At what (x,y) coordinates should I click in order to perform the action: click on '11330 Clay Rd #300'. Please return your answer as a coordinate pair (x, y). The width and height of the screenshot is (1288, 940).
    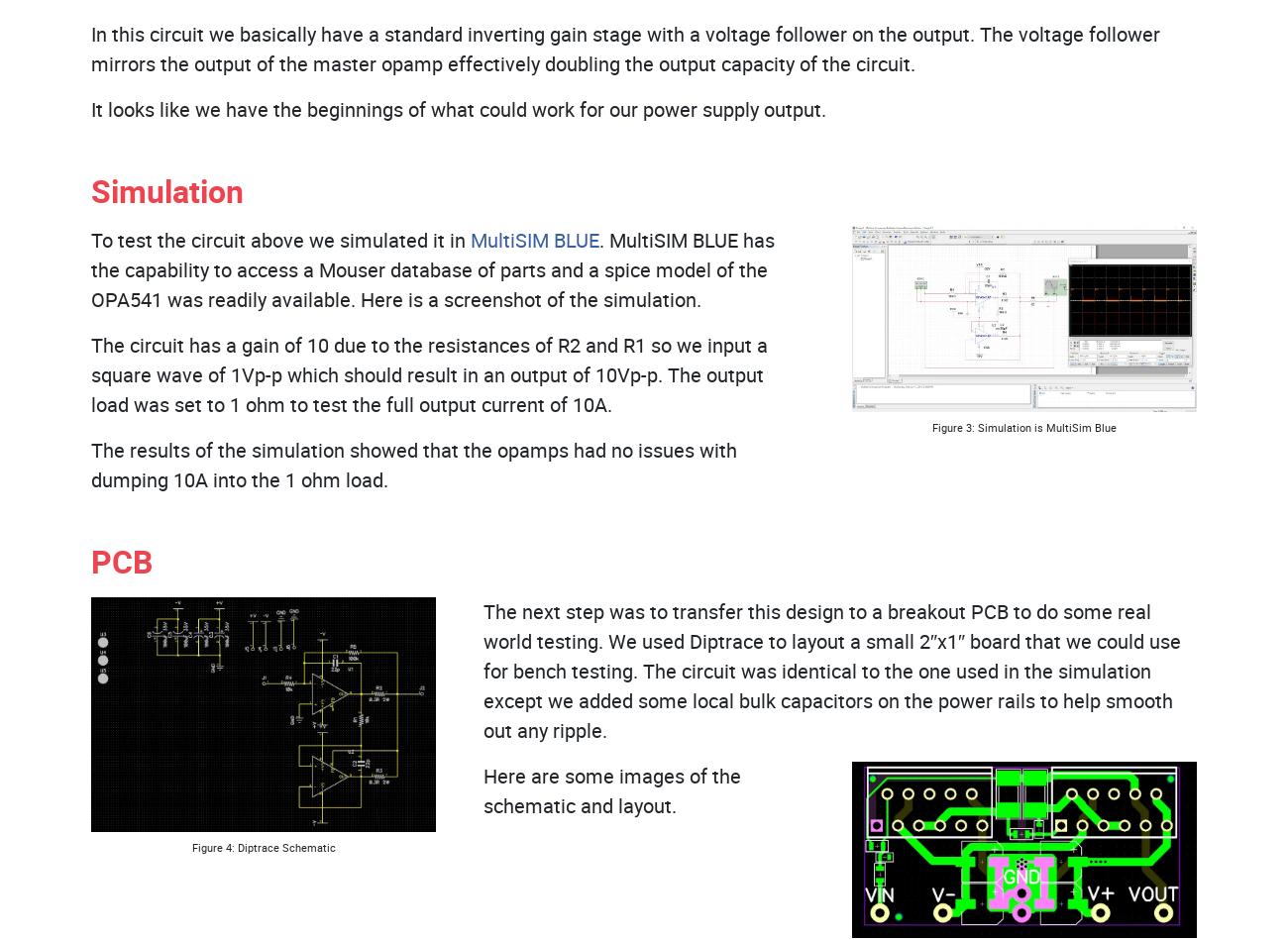
    Looking at the image, I should click on (841, 326).